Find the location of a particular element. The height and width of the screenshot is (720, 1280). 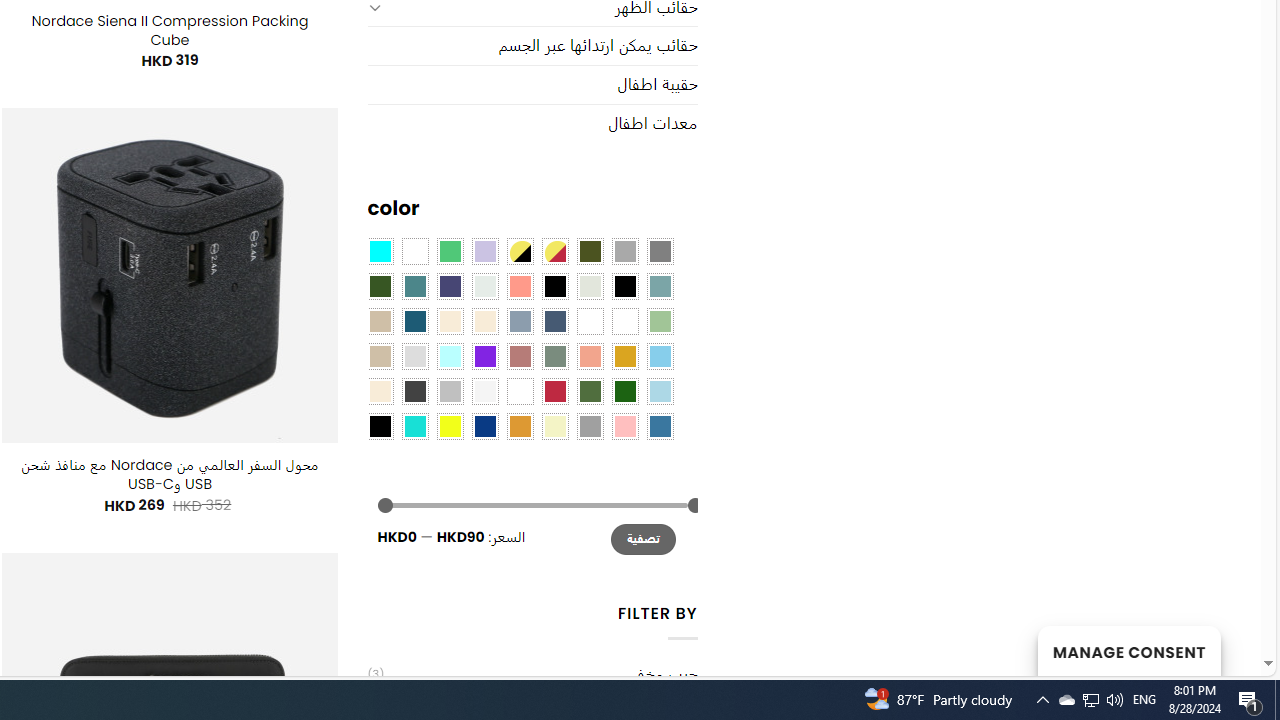

'Light-Gray' is located at coordinates (413, 354).